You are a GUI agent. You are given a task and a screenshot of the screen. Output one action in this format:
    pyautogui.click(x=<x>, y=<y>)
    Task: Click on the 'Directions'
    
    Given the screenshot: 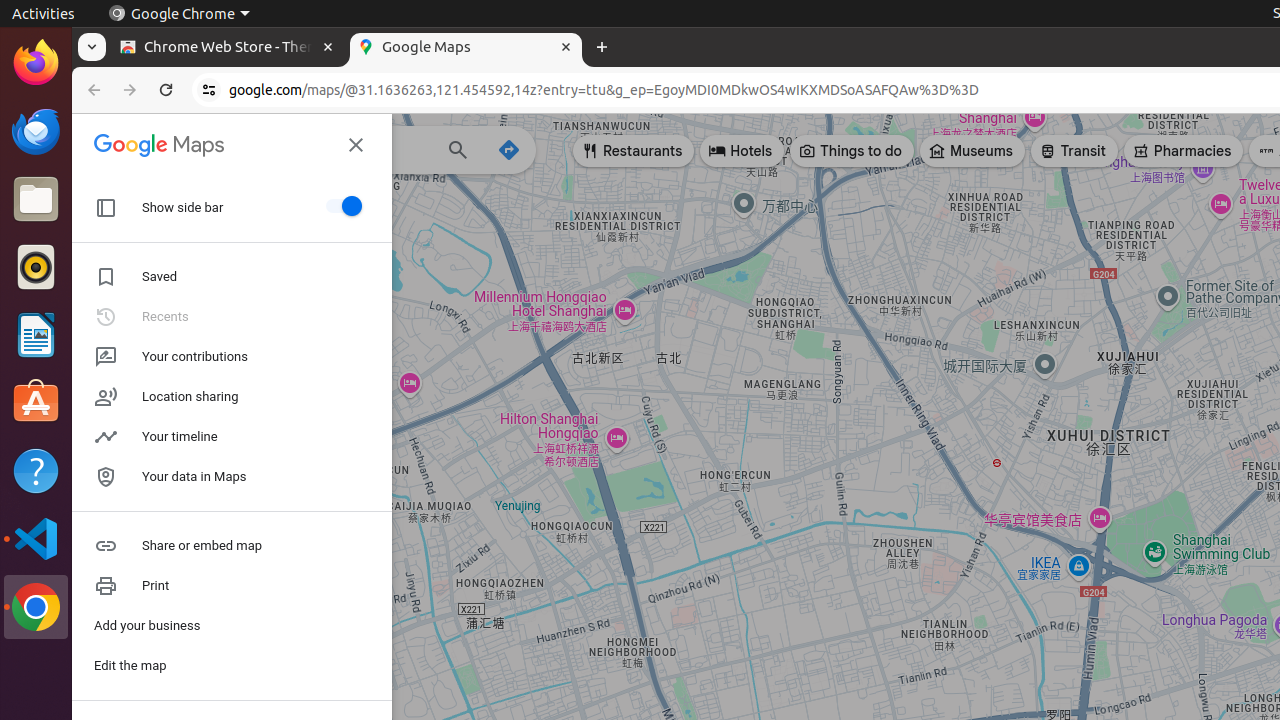 What is the action you would take?
    pyautogui.click(x=509, y=148)
    